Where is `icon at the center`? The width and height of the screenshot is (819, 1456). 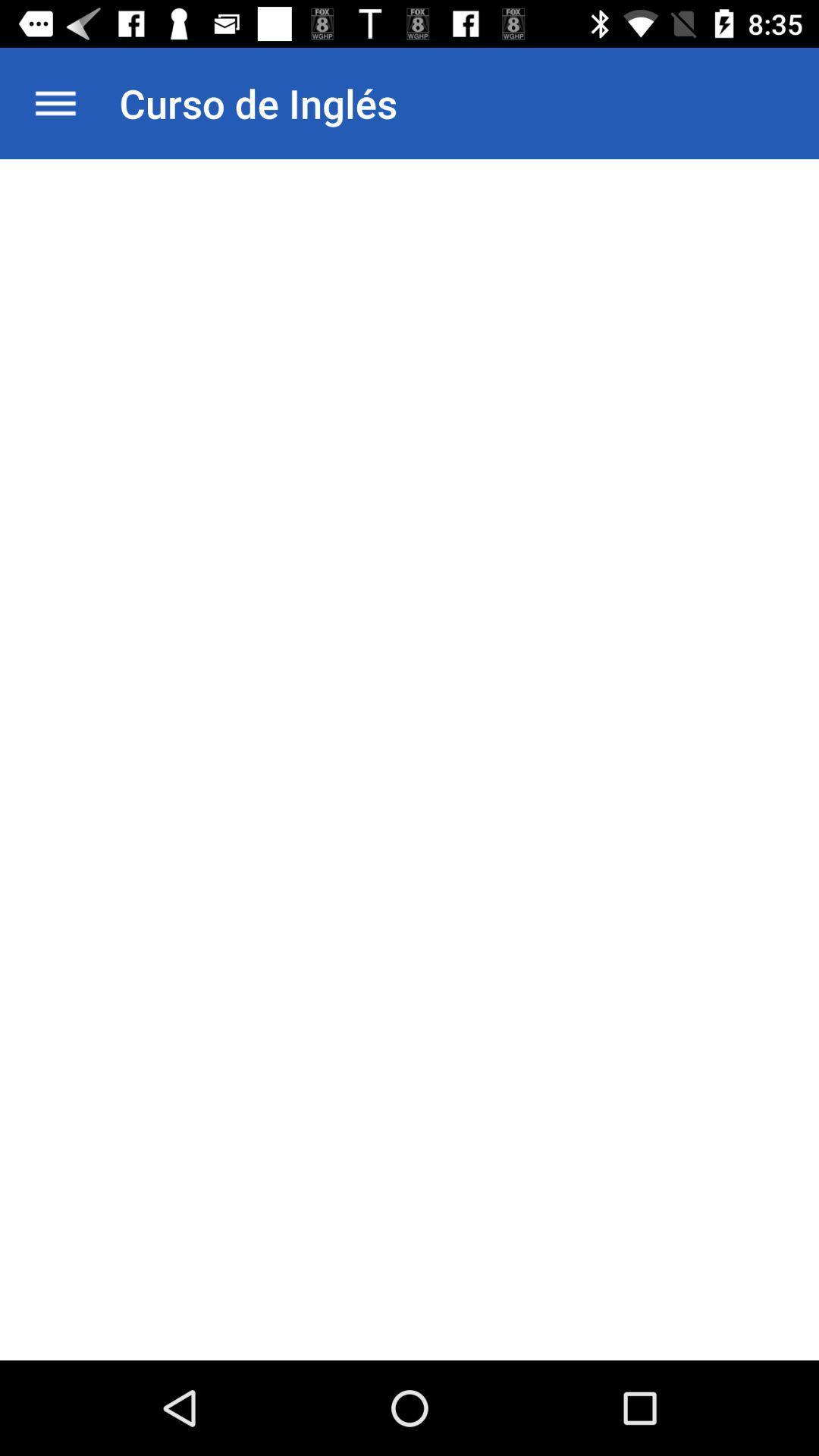 icon at the center is located at coordinates (403, 754).